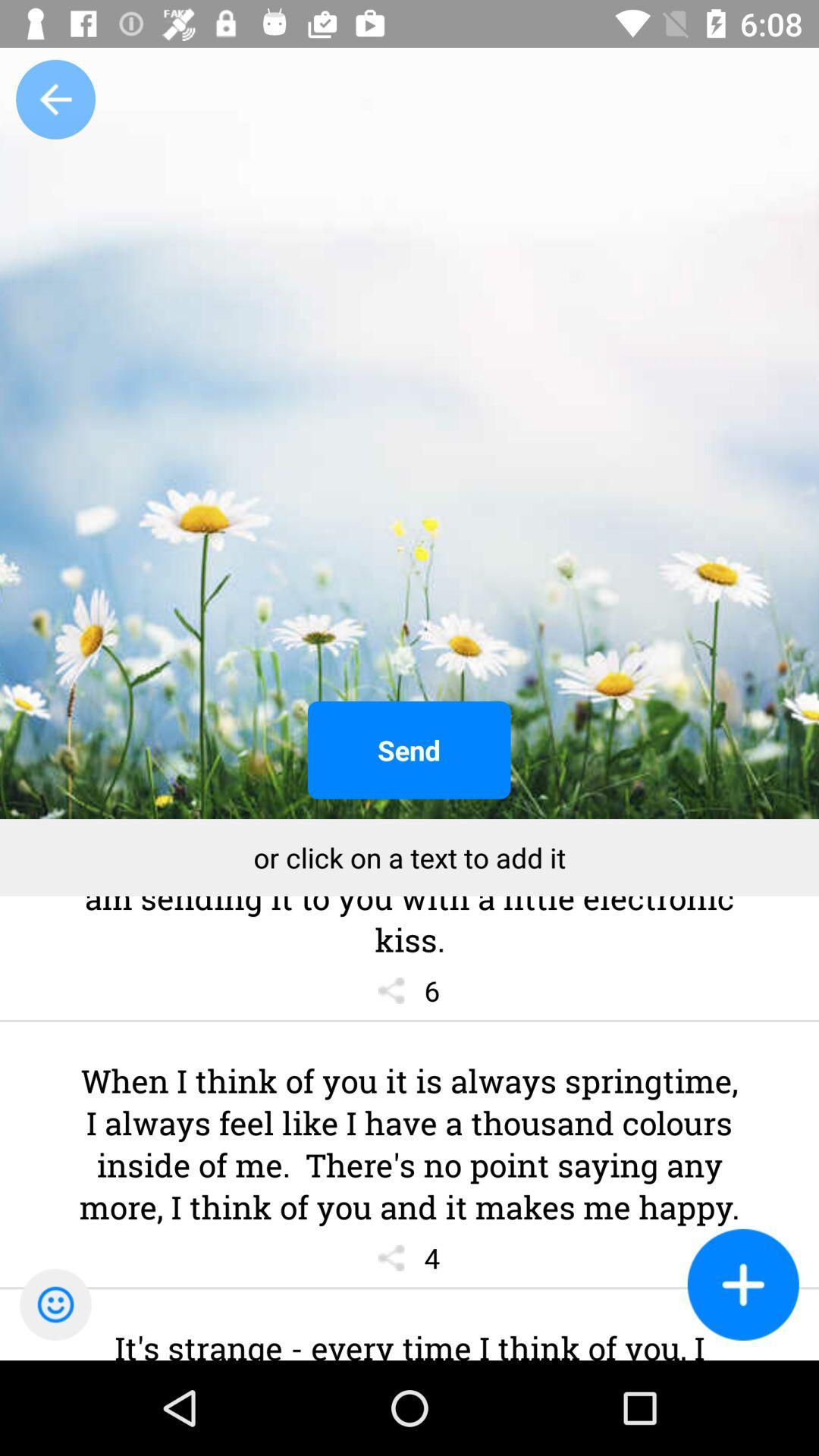  Describe the element at coordinates (742, 1284) in the screenshot. I see `the add icon` at that location.